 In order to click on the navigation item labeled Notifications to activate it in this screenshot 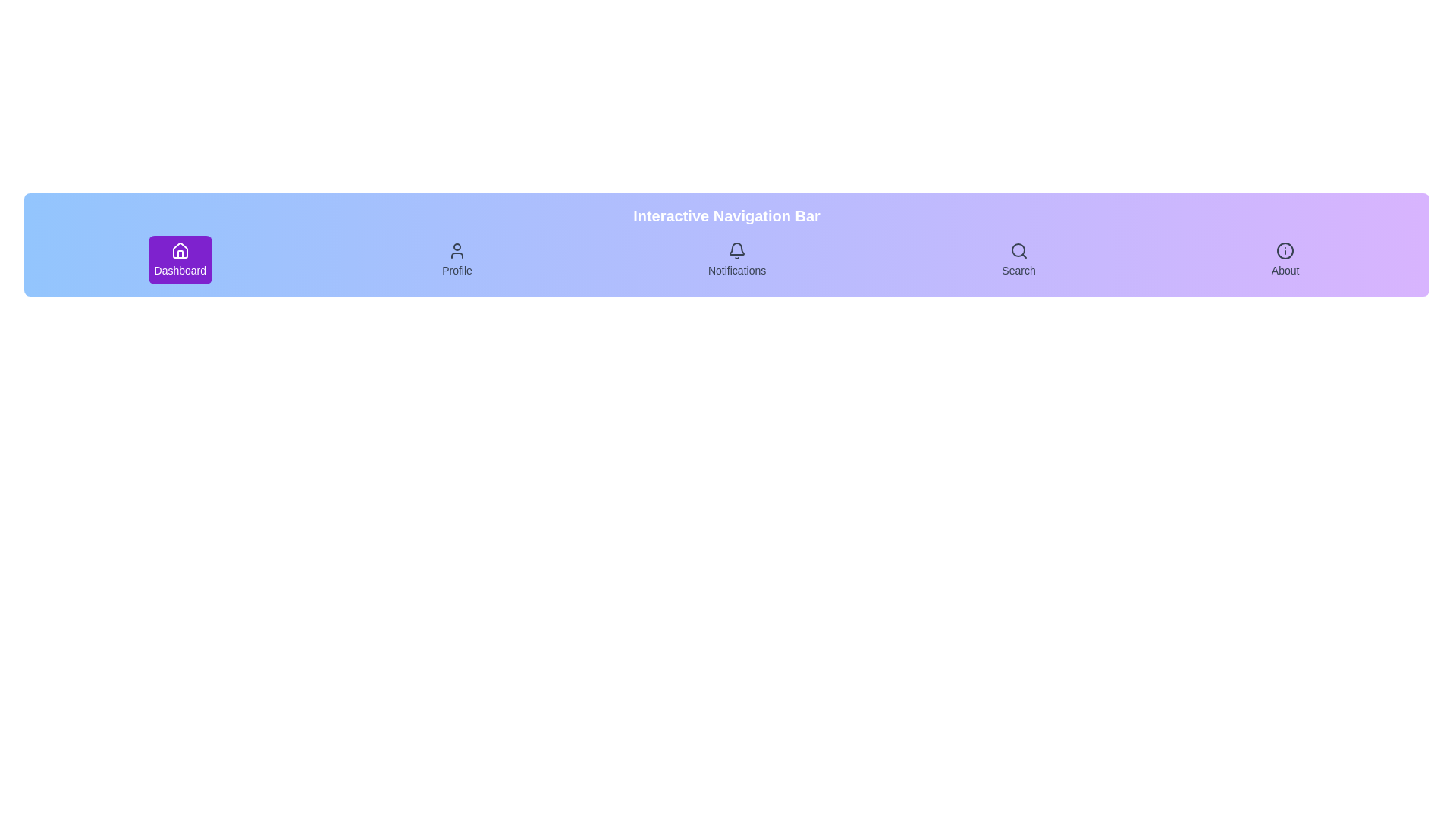, I will do `click(737, 259)`.